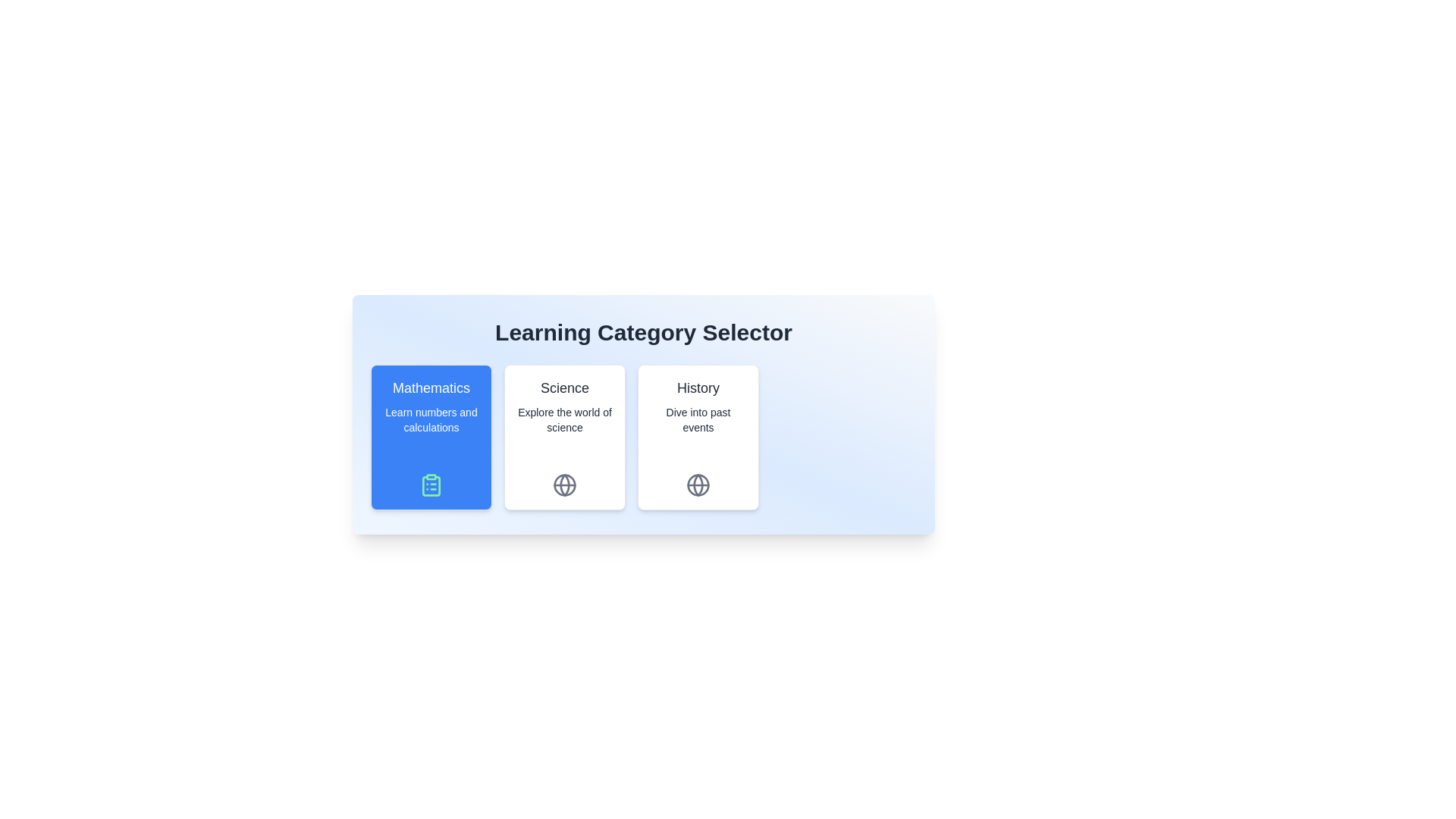 This screenshot has width=1456, height=819. Describe the element at coordinates (431, 438) in the screenshot. I see `the chip corresponding to Mathematics` at that location.